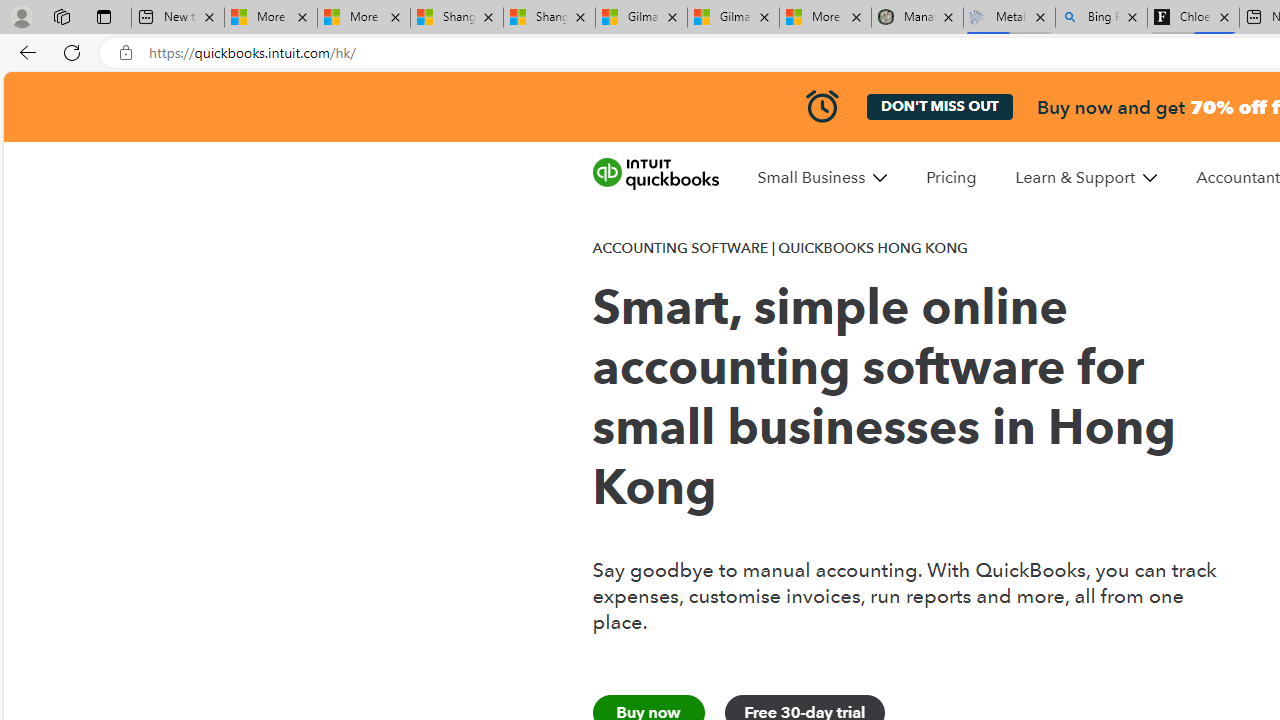 This screenshot has height=720, width=1280. Describe the element at coordinates (732, 17) in the screenshot. I see `'Gilma and Hector both pose tropical trouble for Hawaii'` at that location.